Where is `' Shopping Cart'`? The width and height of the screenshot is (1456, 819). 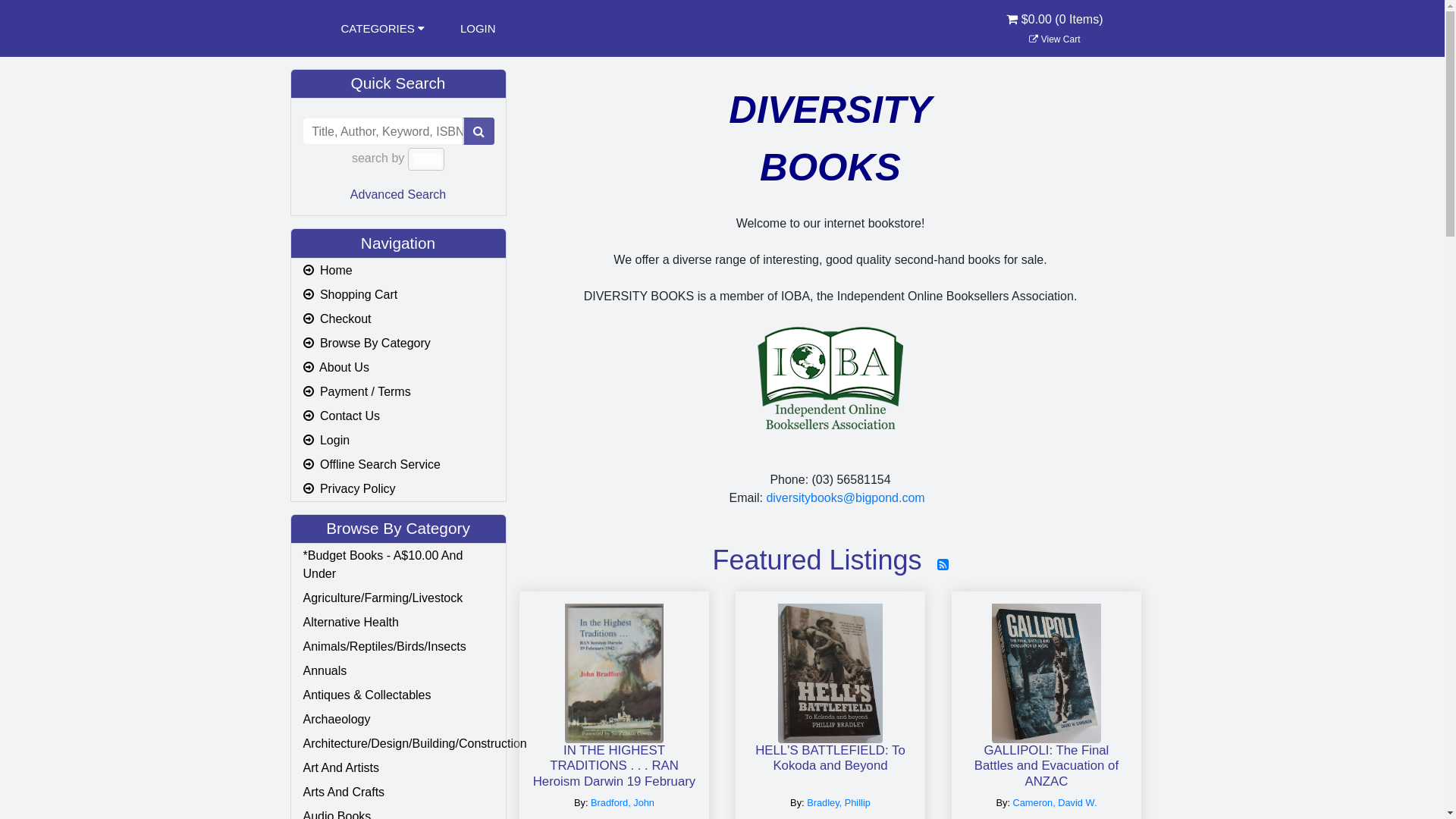 ' Shopping Cart' is located at coordinates (291, 295).